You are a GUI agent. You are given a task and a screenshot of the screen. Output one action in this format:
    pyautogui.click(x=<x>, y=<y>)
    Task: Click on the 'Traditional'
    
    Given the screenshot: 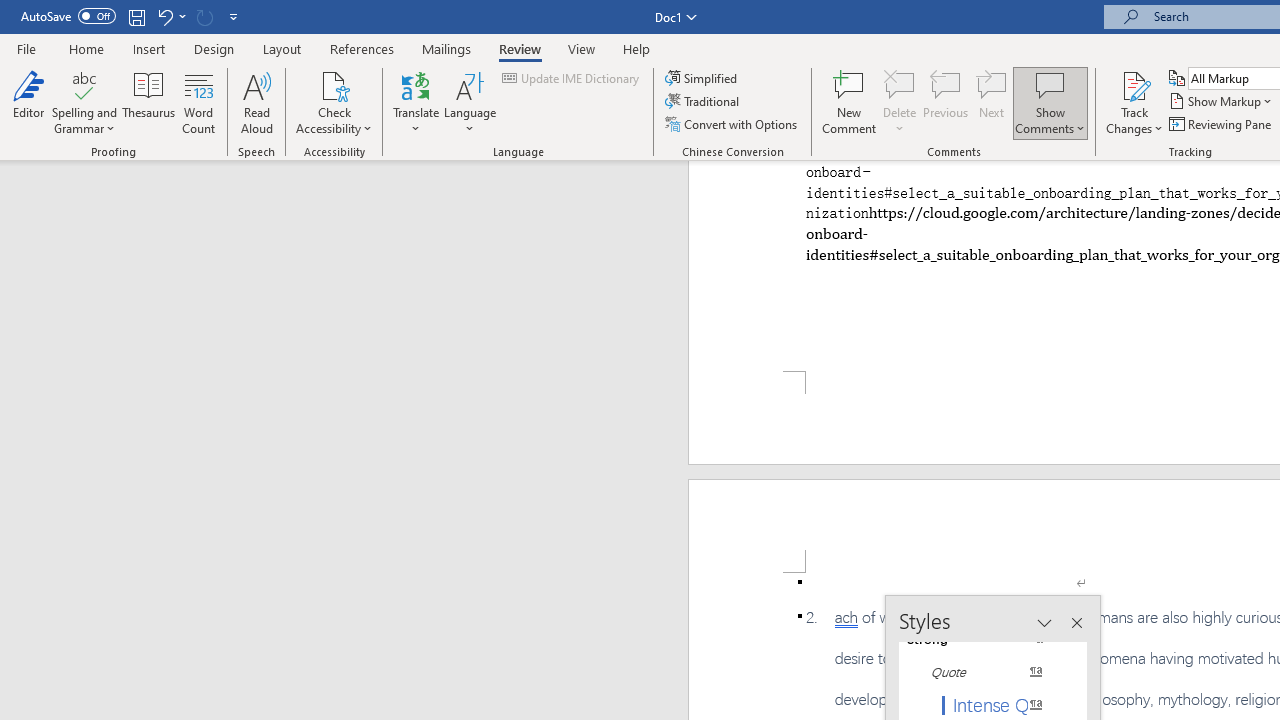 What is the action you would take?
    pyautogui.click(x=704, y=101)
    